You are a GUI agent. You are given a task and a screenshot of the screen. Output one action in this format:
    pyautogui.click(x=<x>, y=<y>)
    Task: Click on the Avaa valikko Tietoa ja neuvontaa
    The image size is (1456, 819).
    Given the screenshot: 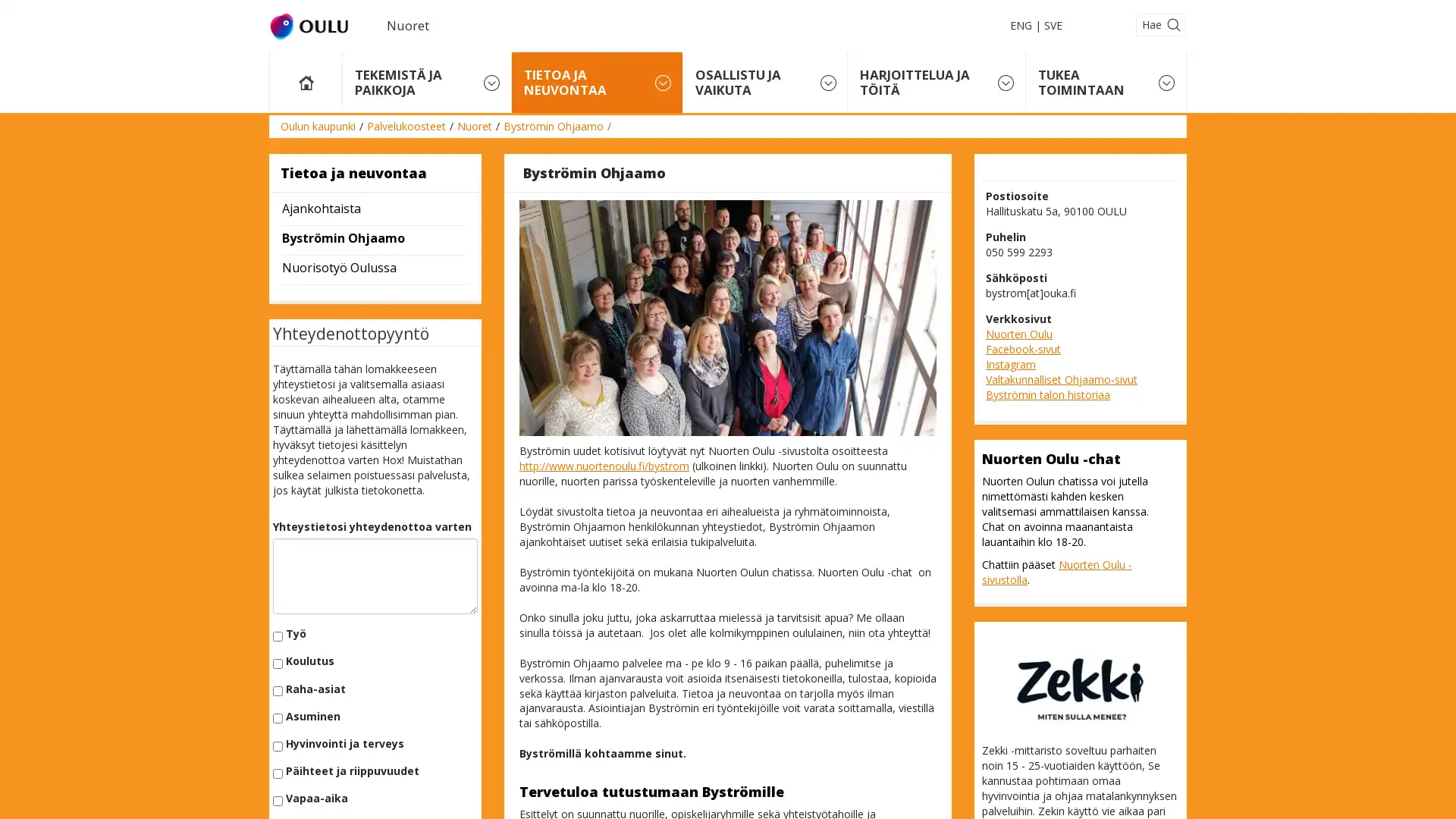 What is the action you would take?
    pyautogui.click(x=662, y=82)
    